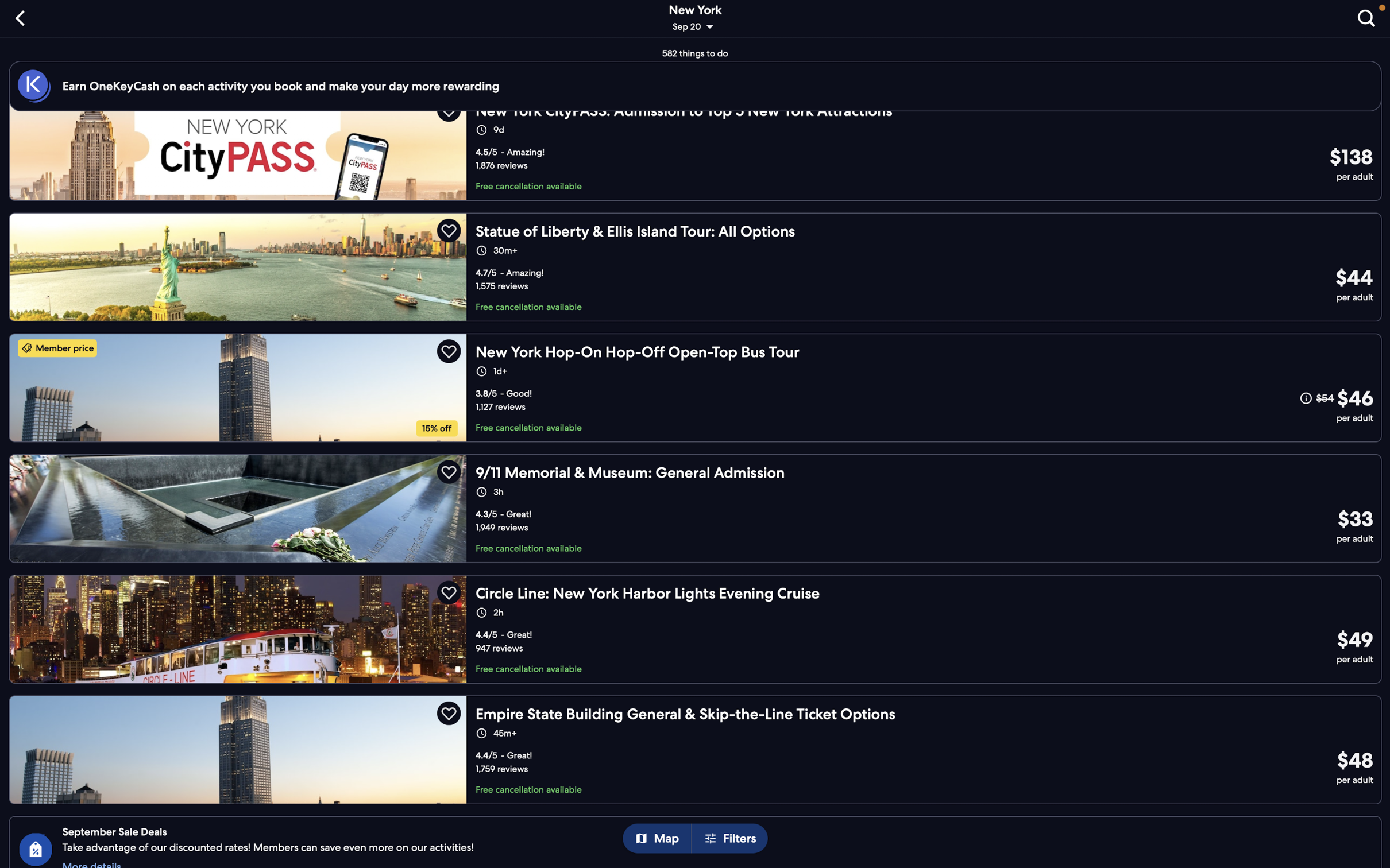 This screenshot has width=1390, height=868. I want to click on the "memorial tour" option to learn more about it, so click(695, 507).